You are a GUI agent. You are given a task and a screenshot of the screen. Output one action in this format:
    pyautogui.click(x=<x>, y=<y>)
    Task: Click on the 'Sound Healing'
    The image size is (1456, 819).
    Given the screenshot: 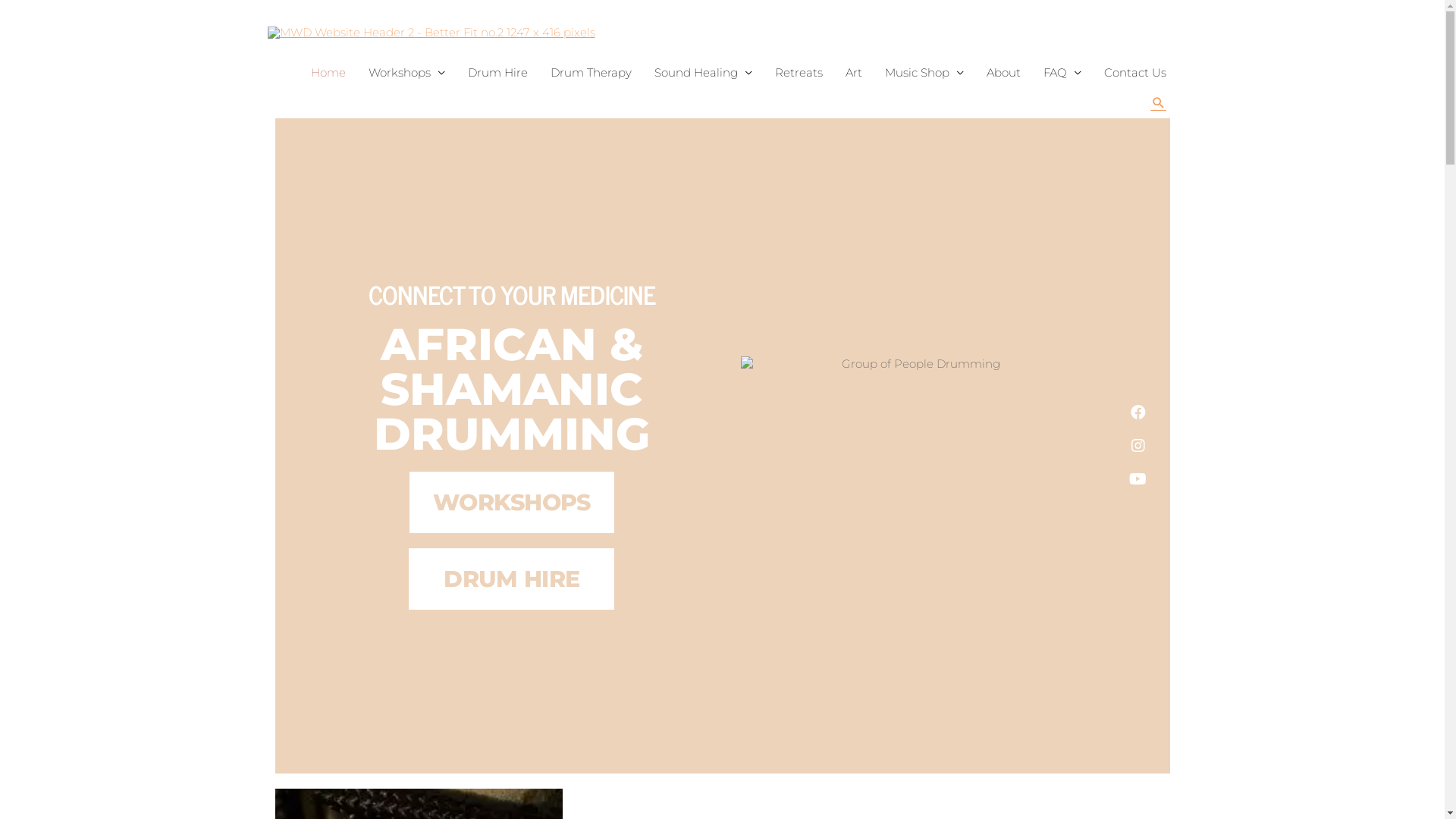 What is the action you would take?
    pyautogui.click(x=643, y=73)
    